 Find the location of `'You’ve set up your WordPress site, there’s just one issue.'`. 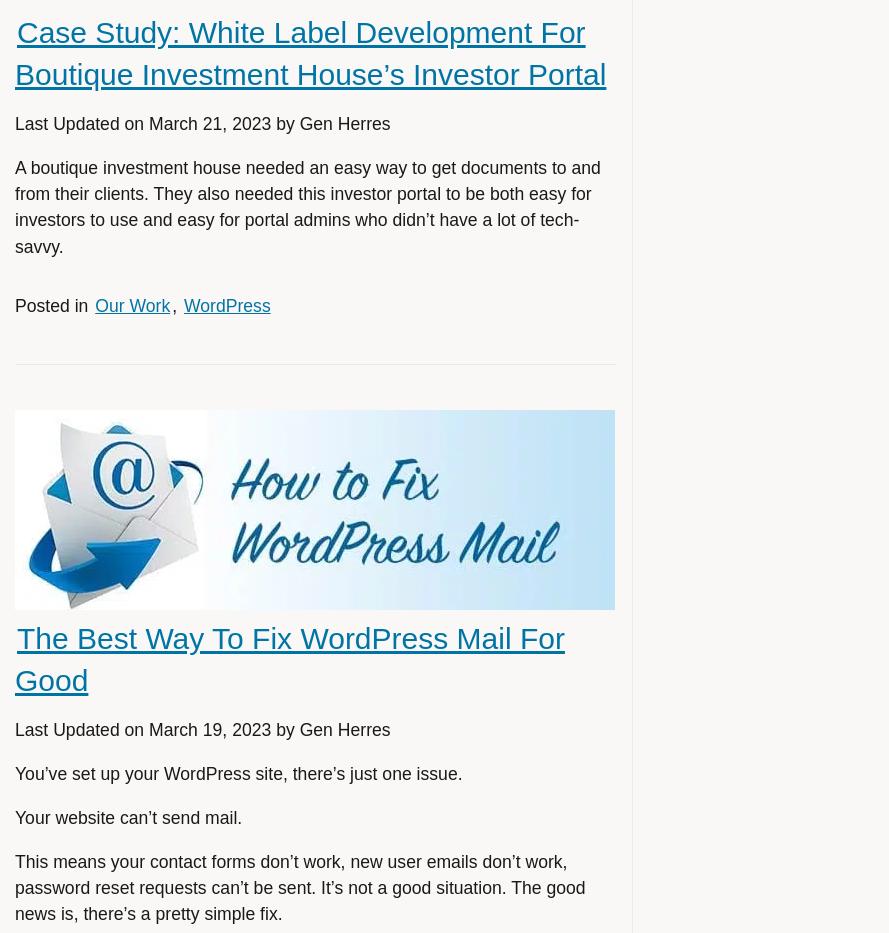

'You’ve set up your WordPress site, there’s just one issue.' is located at coordinates (237, 771).